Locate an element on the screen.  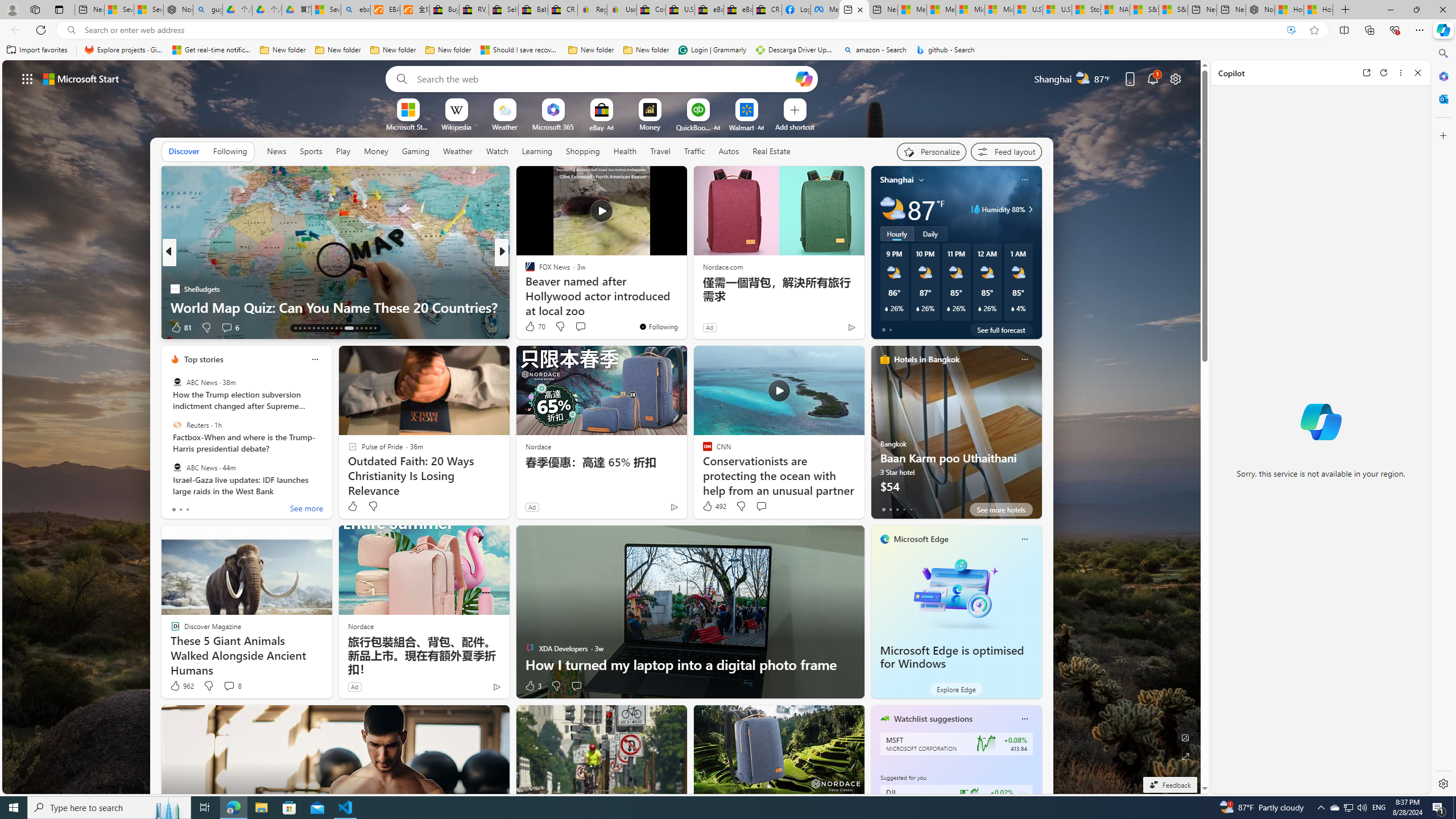
'Humidity 88%' is located at coordinates (1028, 209).